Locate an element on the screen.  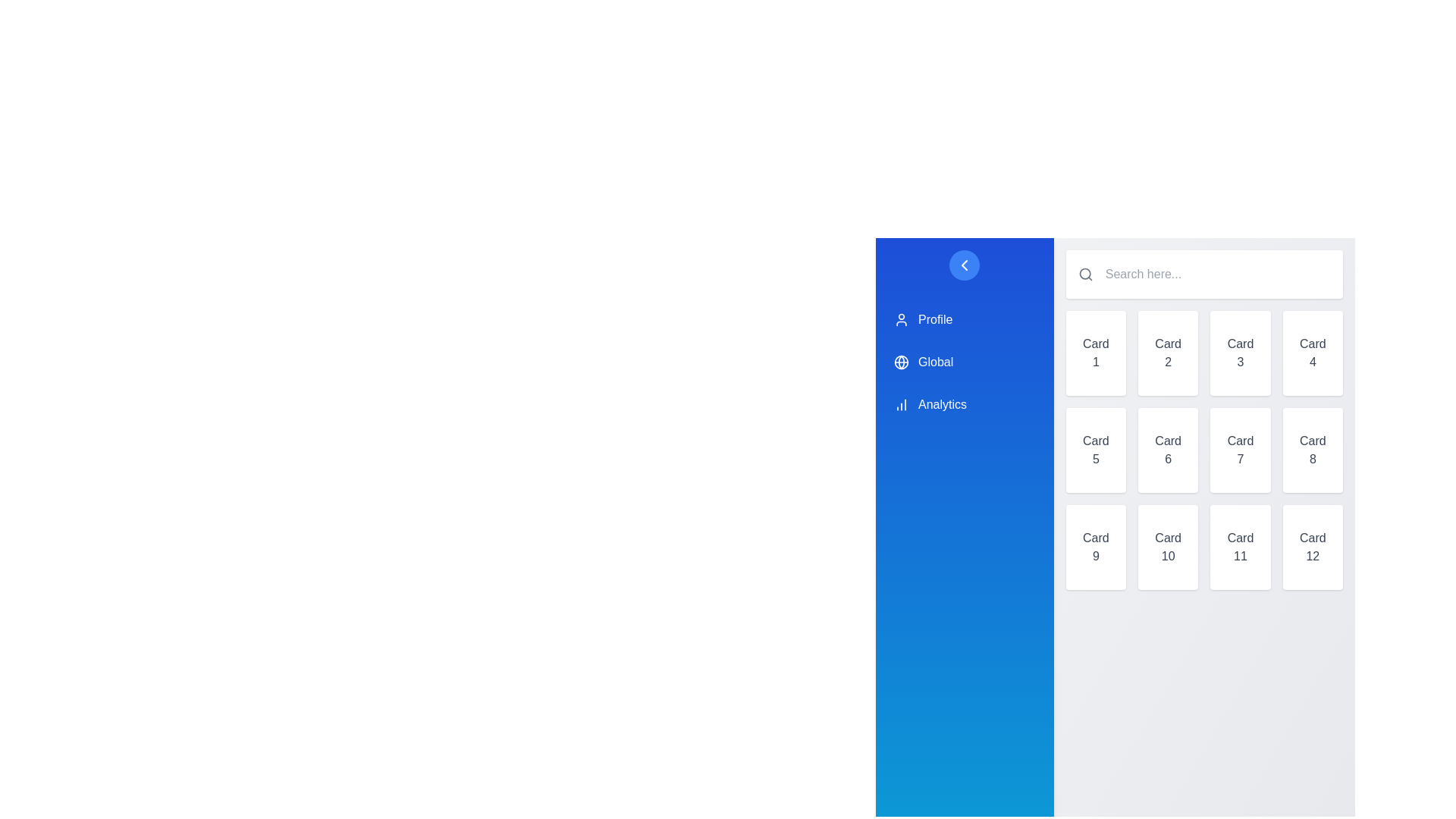
the navigation menu item labeled Global is located at coordinates (964, 362).